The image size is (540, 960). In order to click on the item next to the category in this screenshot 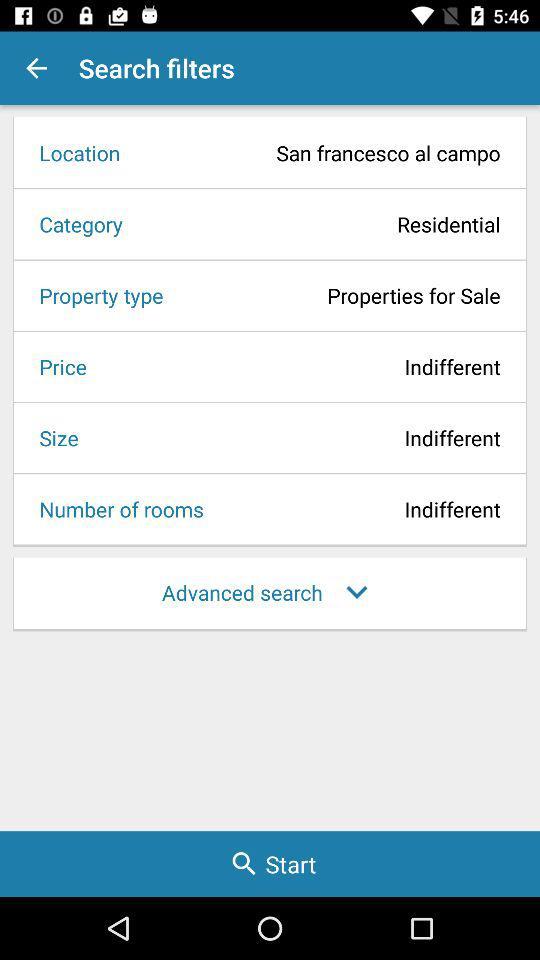, I will do `click(318, 224)`.